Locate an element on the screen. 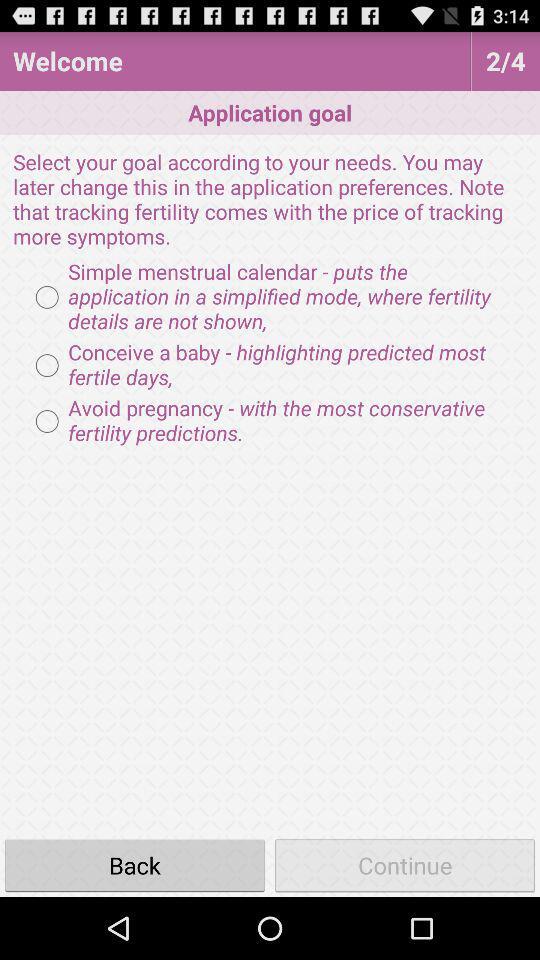 Image resolution: width=540 pixels, height=960 pixels. the icon below select your goal icon is located at coordinates (270, 296).